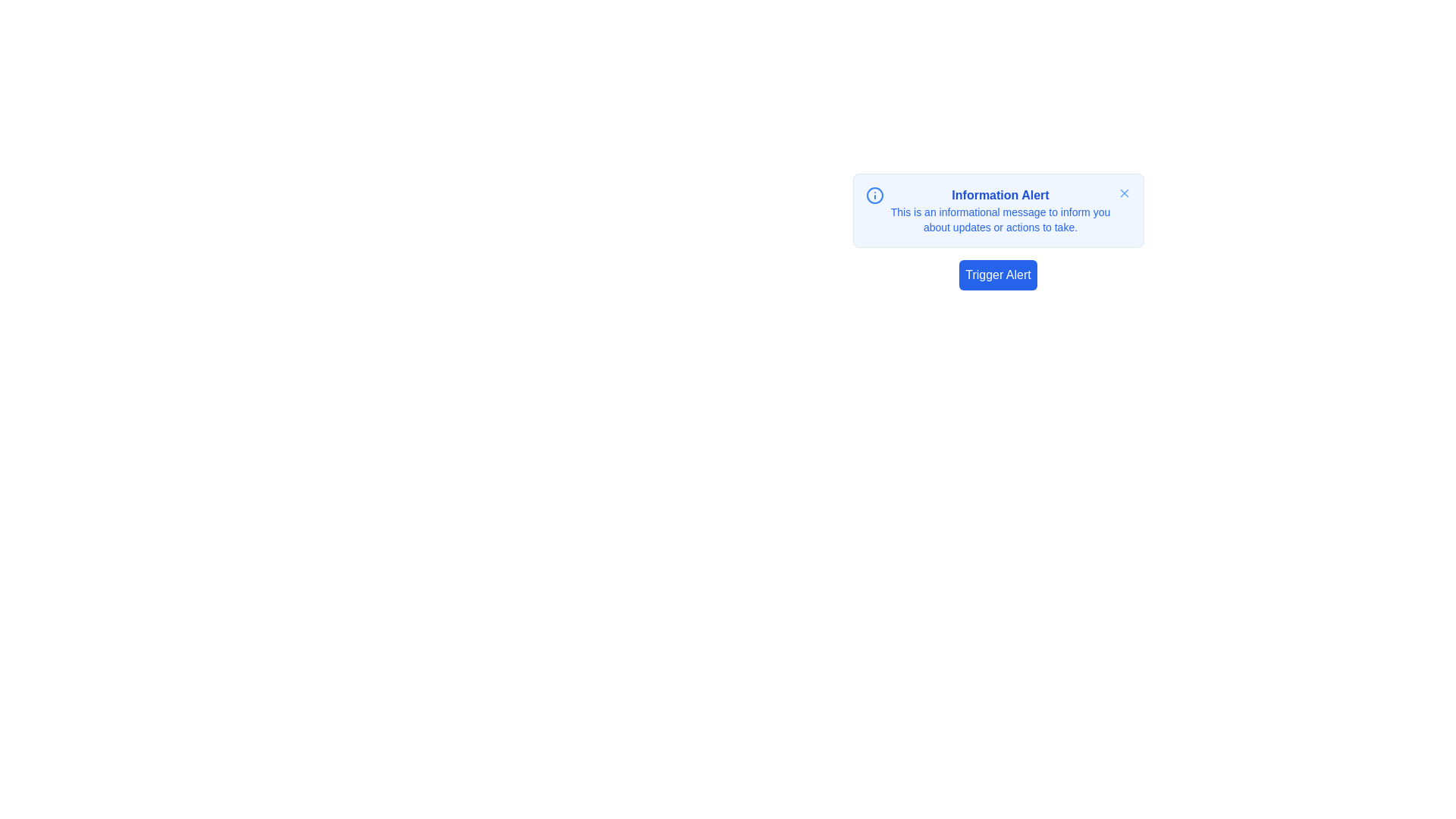 The height and width of the screenshot is (819, 1456). Describe the element at coordinates (998, 275) in the screenshot. I see `the button located centrally below the 'Information Alert' panel` at that location.